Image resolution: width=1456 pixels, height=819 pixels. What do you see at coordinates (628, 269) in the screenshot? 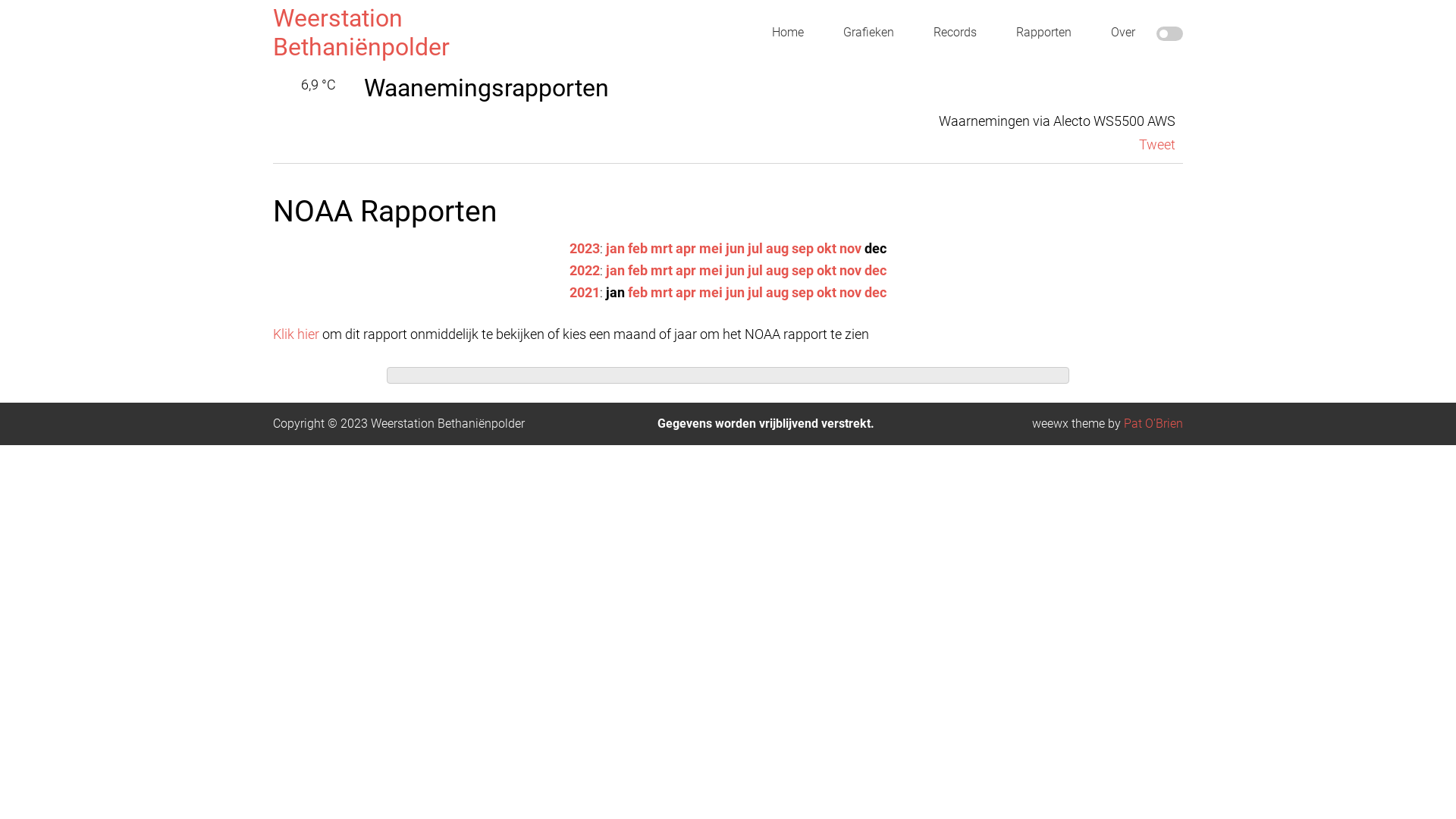
I see `'feb'` at bounding box center [628, 269].